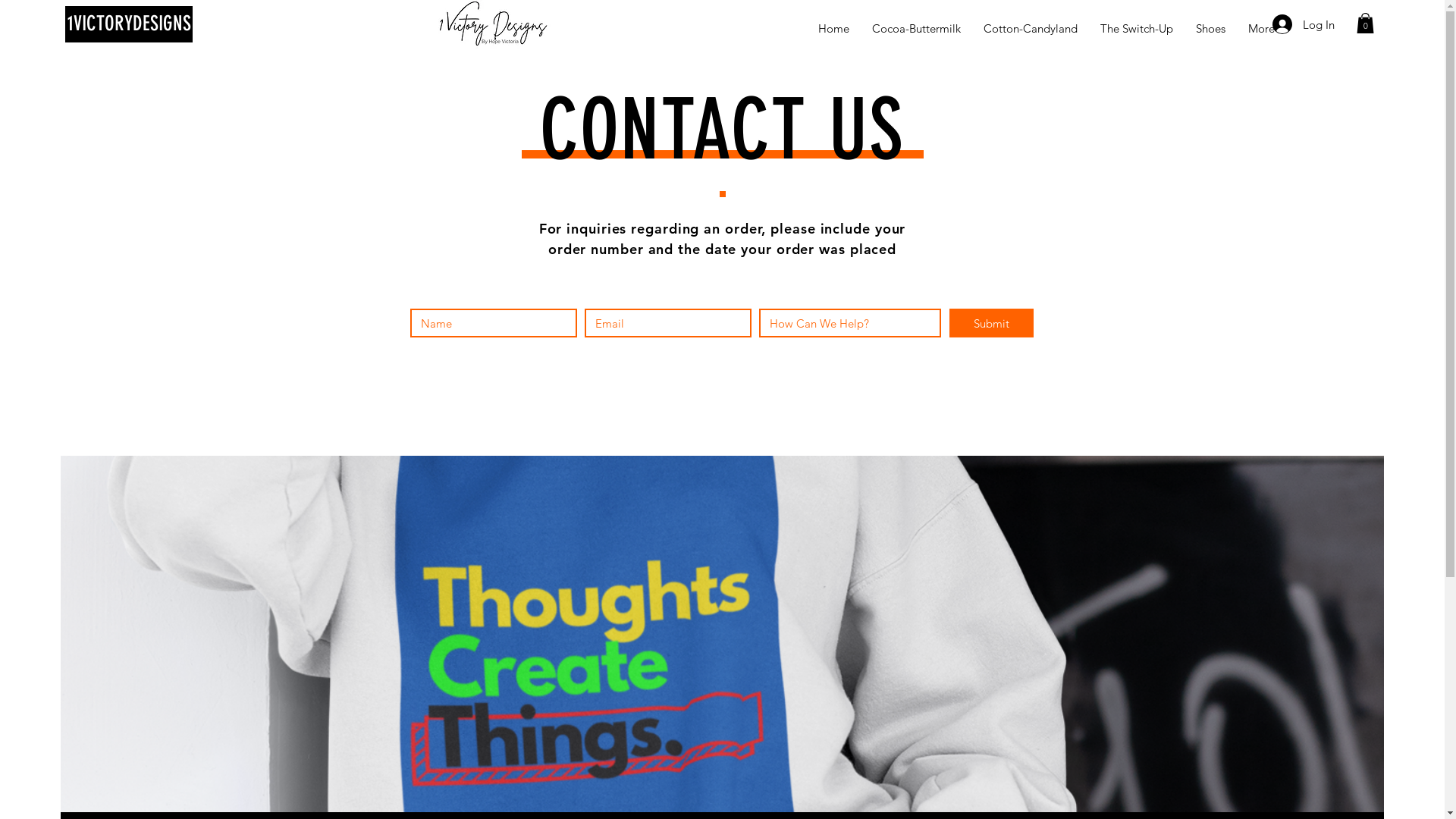  What do you see at coordinates (991, 322) in the screenshot?
I see `'Submit'` at bounding box center [991, 322].